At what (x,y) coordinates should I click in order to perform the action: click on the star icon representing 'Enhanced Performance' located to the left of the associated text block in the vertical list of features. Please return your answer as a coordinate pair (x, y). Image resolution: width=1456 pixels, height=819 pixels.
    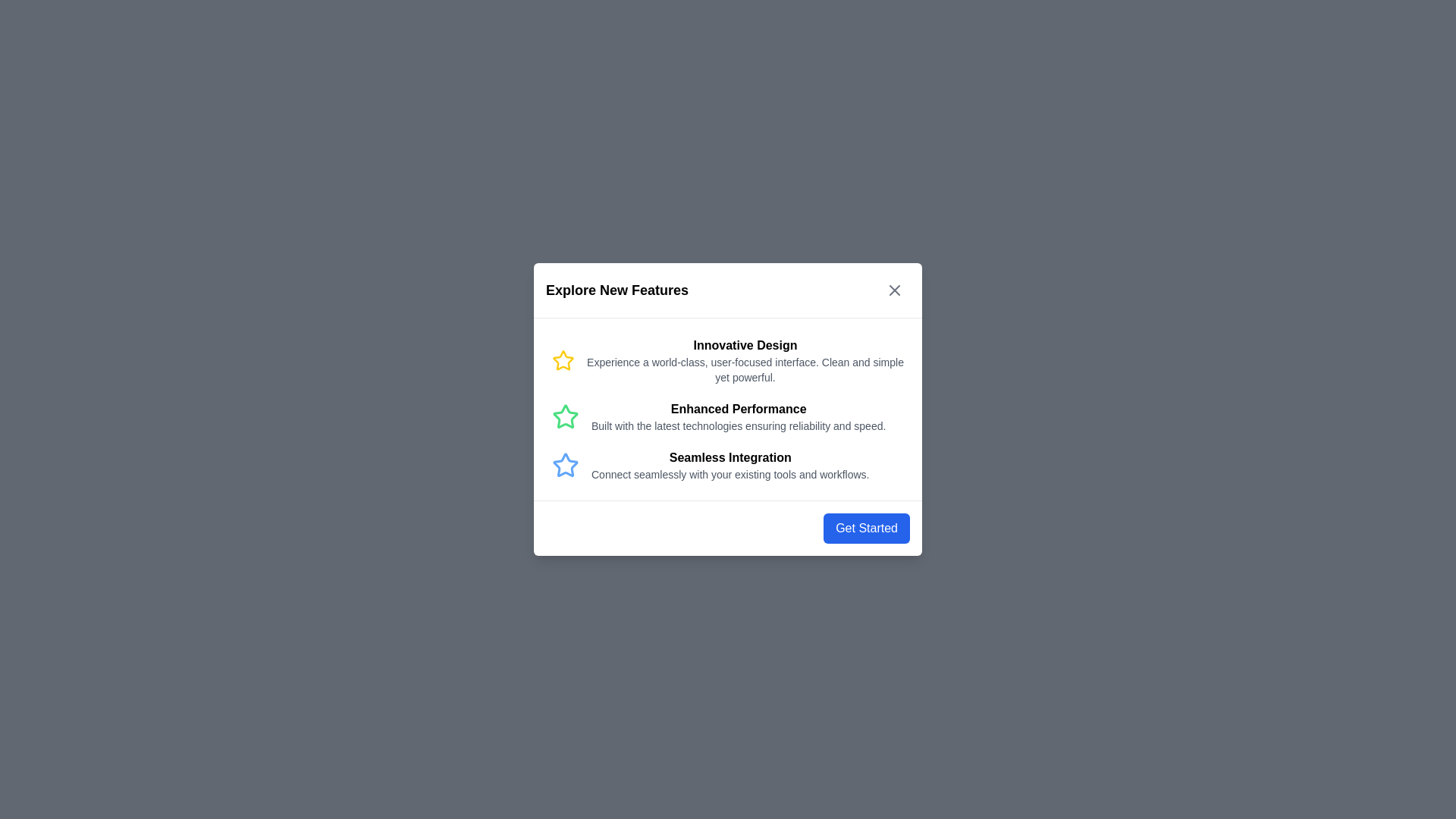
    Looking at the image, I should click on (564, 417).